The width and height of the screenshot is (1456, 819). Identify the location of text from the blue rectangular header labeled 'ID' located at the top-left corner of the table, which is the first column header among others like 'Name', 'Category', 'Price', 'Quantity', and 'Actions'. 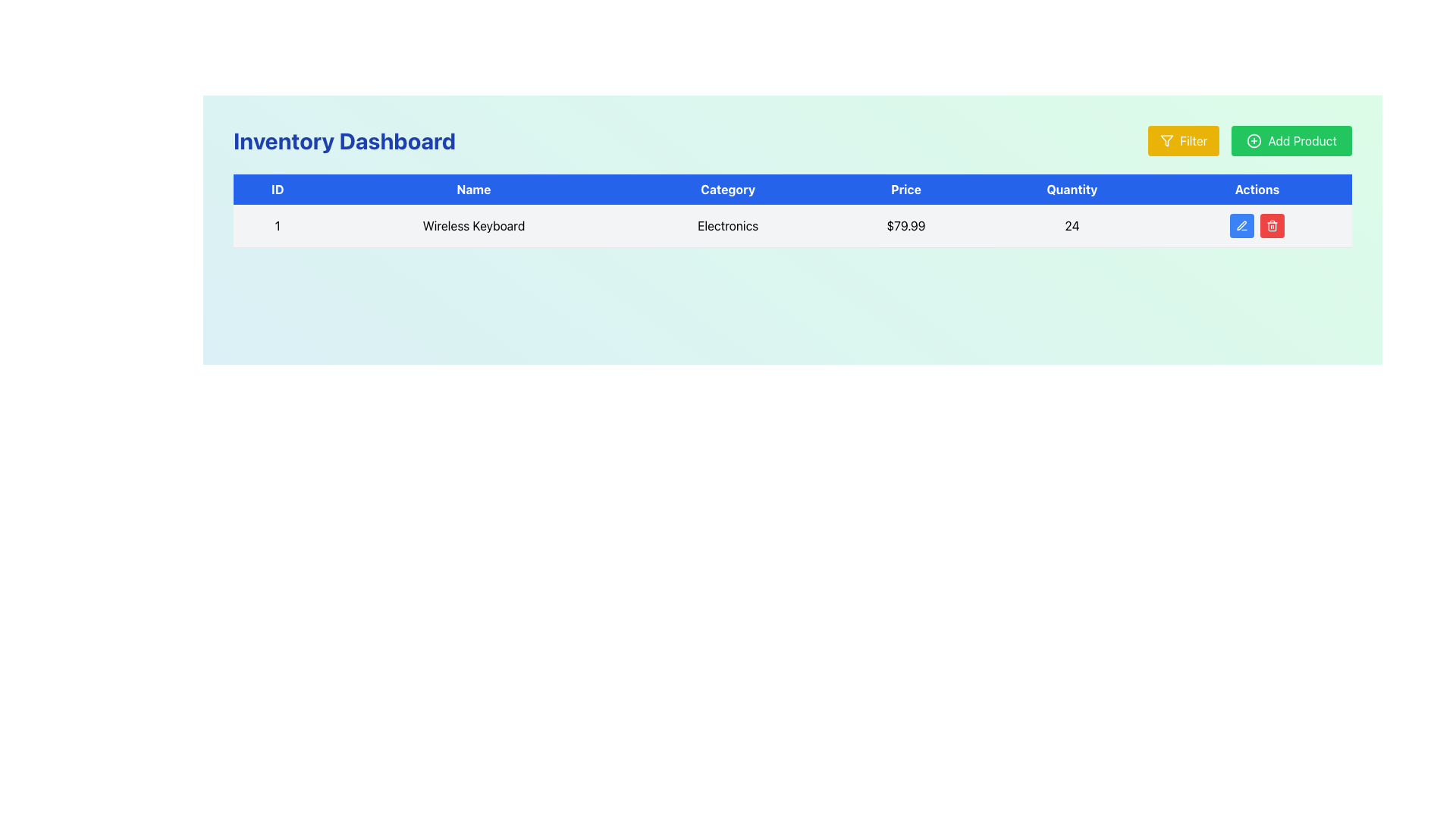
(278, 189).